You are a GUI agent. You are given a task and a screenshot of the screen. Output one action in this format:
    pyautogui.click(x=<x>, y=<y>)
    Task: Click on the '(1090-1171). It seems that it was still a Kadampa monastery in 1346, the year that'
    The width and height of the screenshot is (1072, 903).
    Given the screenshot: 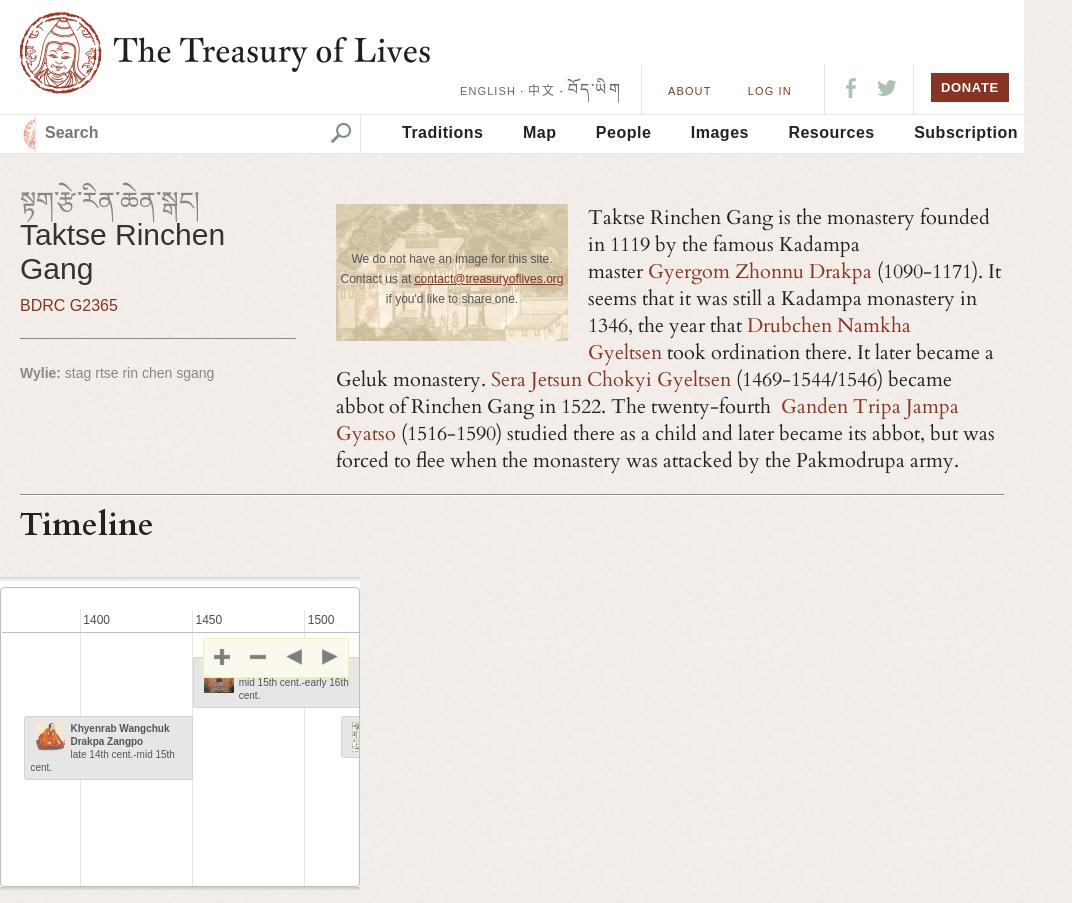 What is the action you would take?
    pyautogui.click(x=586, y=297)
    